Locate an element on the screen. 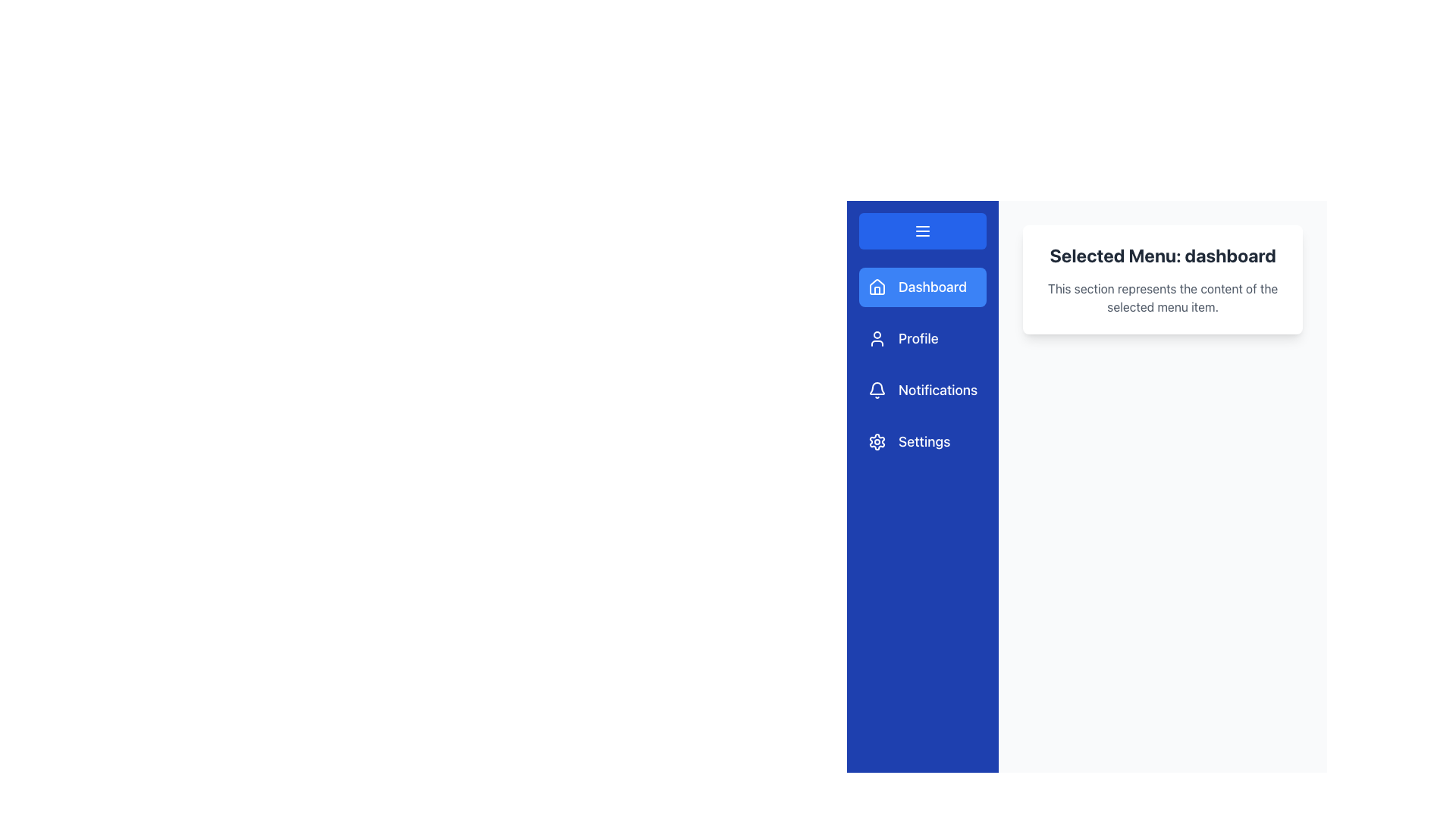 Image resolution: width=1456 pixels, height=819 pixels. the 'Dashboard' menu icon located in the vertical navigation menu is located at coordinates (877, 287).